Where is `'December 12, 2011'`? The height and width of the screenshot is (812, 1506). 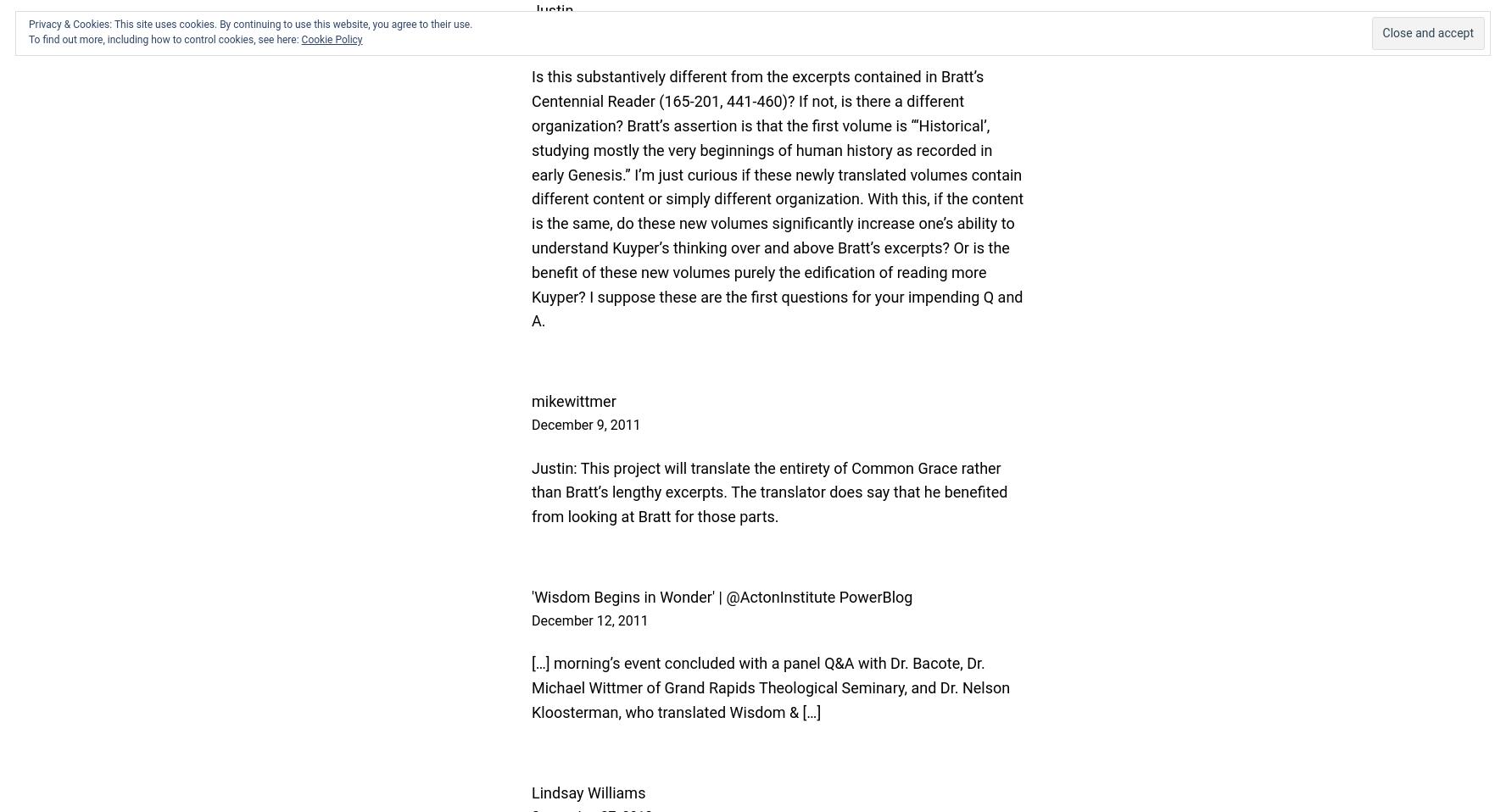 'December 12, 2011' is located at coordinates (589, 620).